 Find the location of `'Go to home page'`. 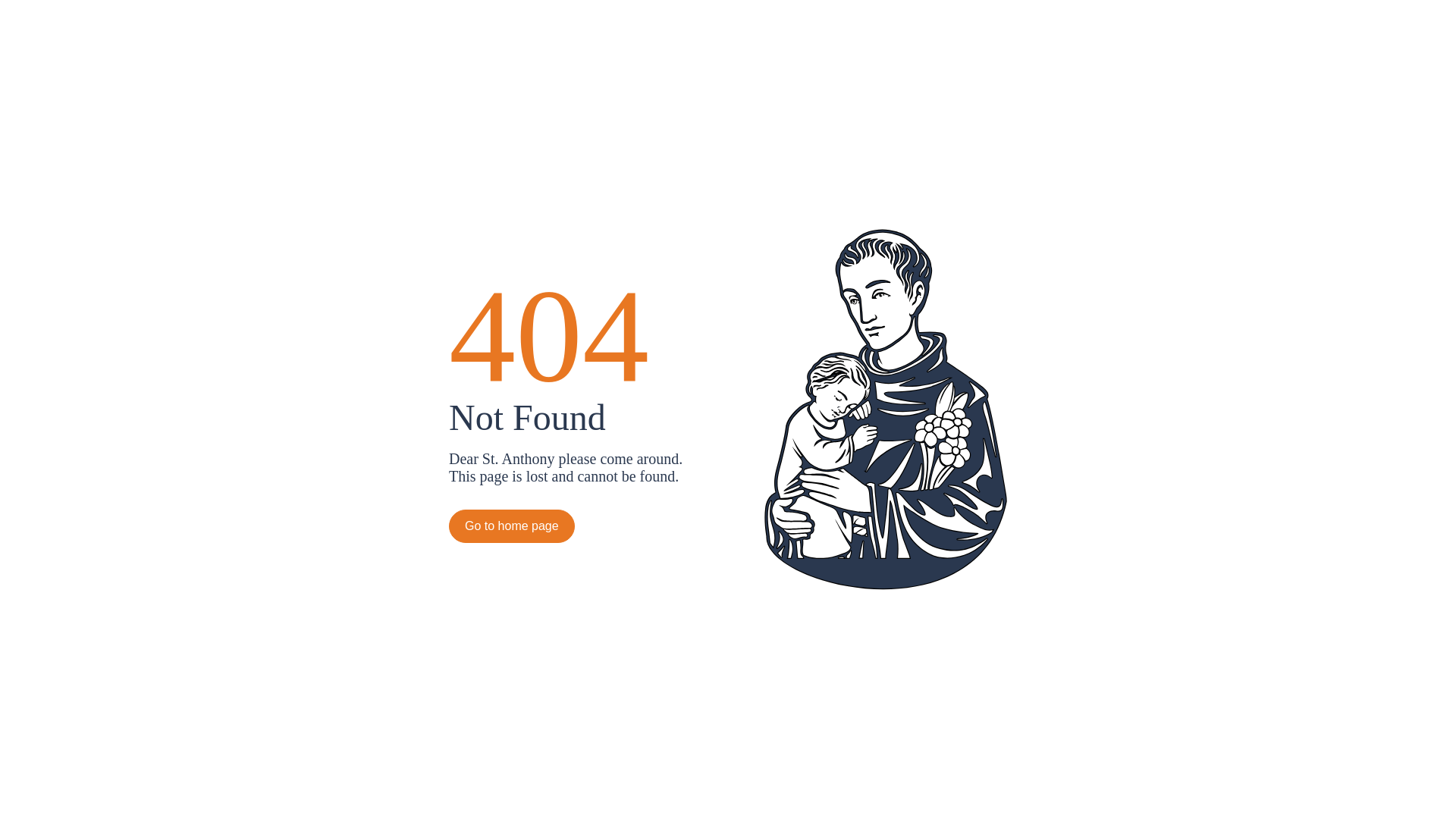

'Go to home page' is located at coordinates (512, 526).